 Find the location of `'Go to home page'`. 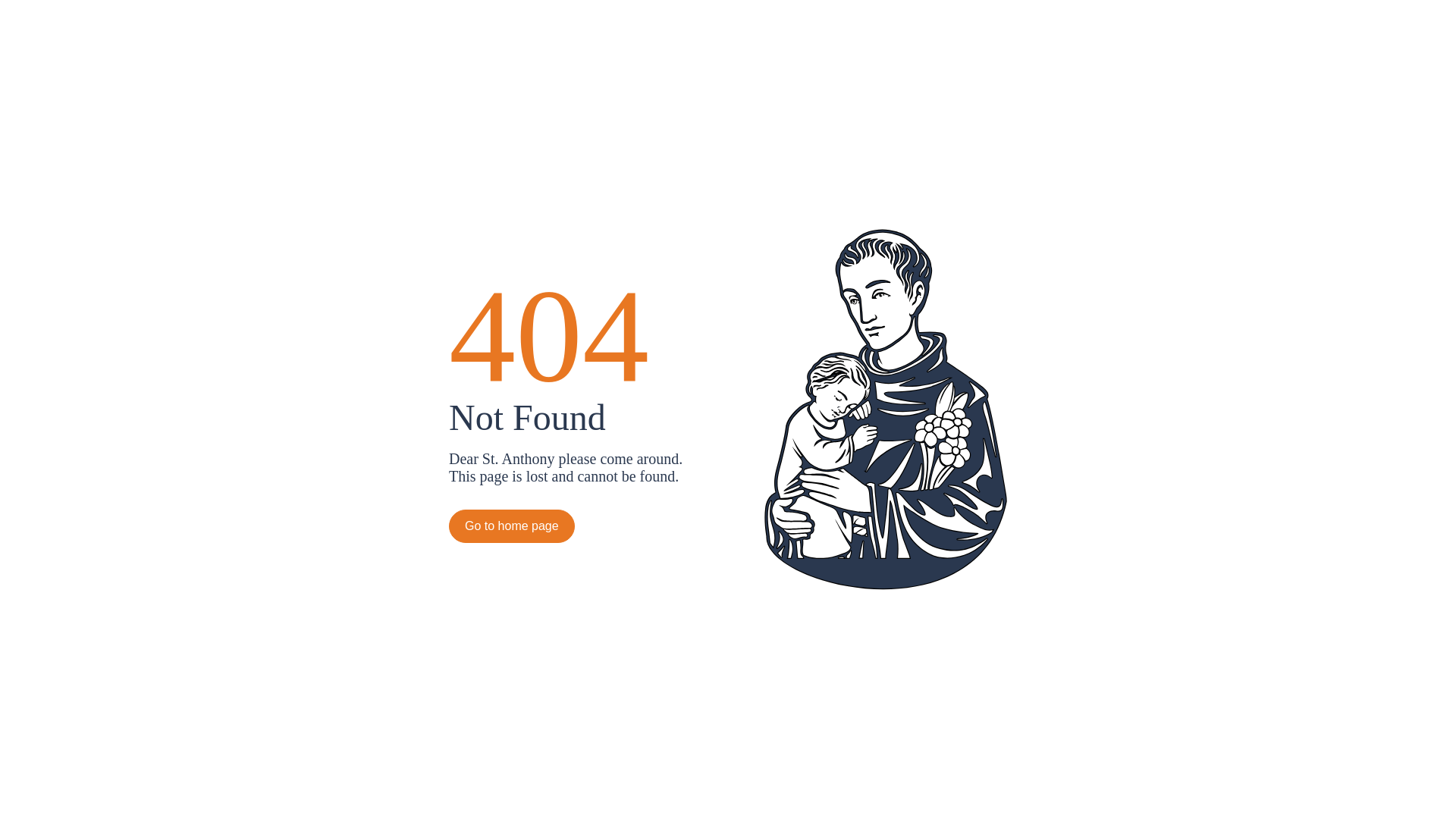

'Go to home page' is located at coordinates (512, 526).